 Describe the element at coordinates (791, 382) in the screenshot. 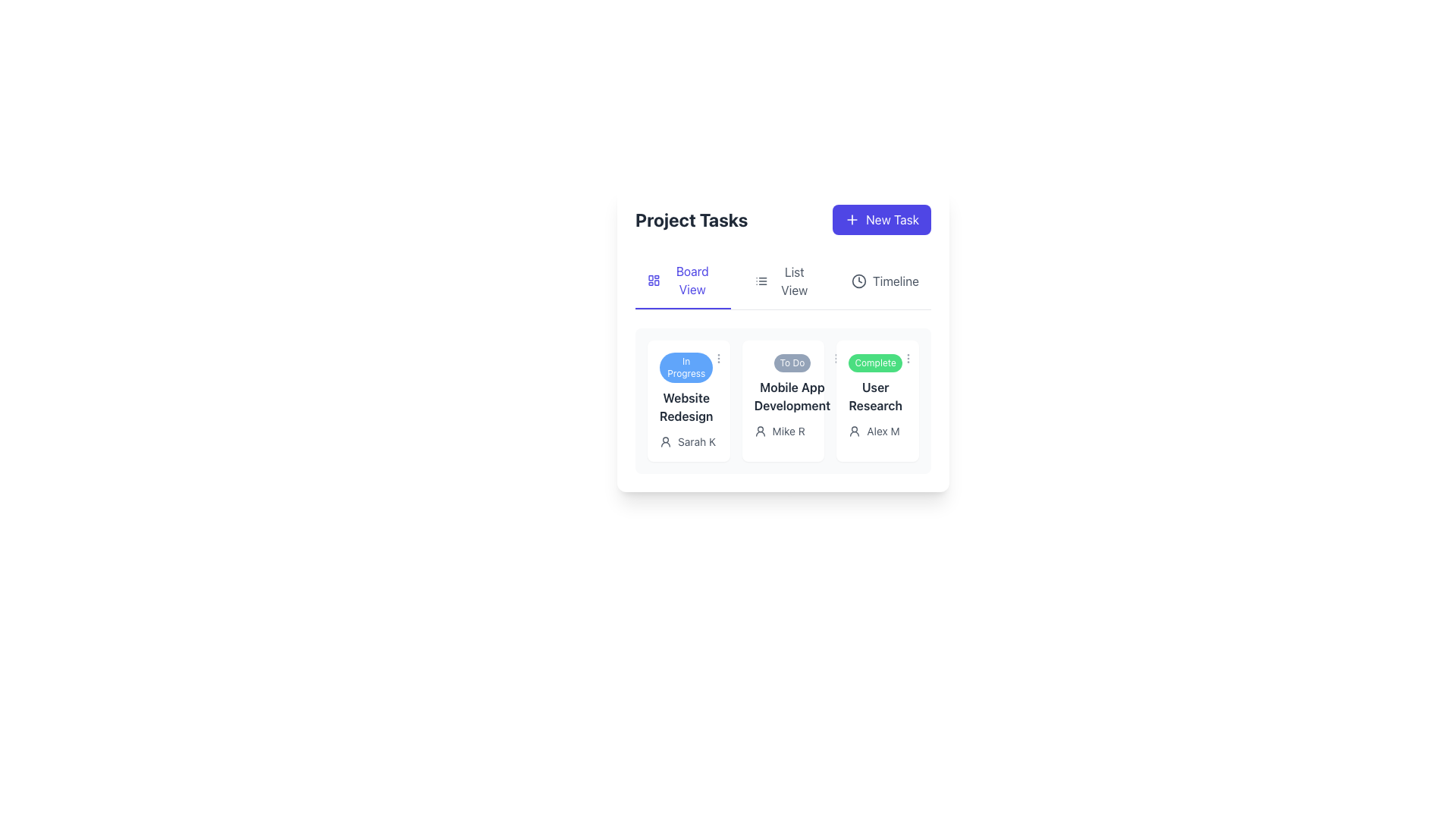

I see `the task card titled 'Mobile App Development' with status 'To Do'` at that location.